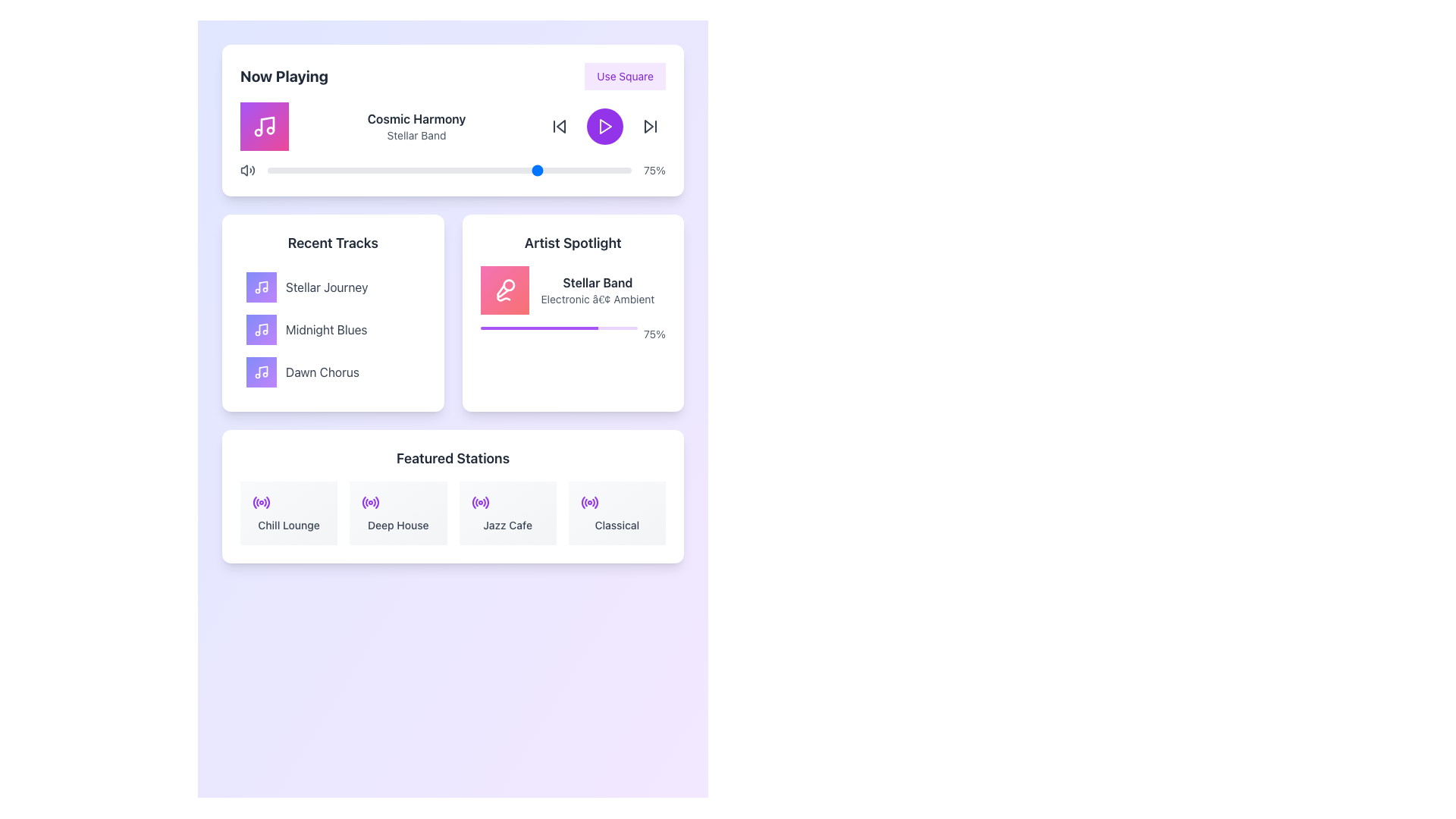 Image resolution: width=1456 pixels, height=819 pixels. Describe the element at coordinates (604, 125) in the screenshot. I see `the Play icon within the purple circular button located in the 'Now Playing' area` at that location.